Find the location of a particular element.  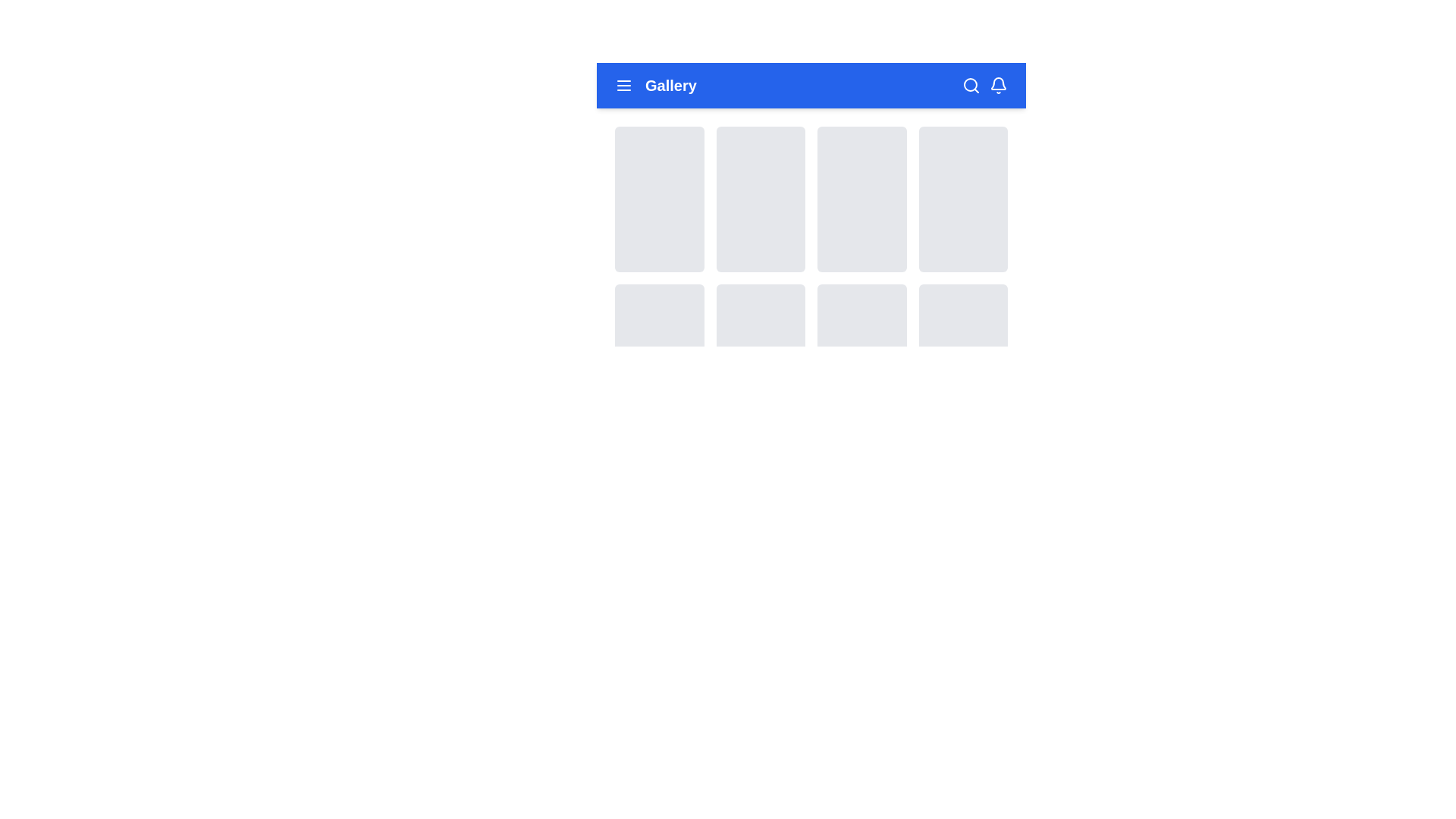

the magnifying glass icon button, which is white on a blue background, located in the upper-right corner of the navigation bar, to the left of the bell icon is located at coordinates (971, 85).